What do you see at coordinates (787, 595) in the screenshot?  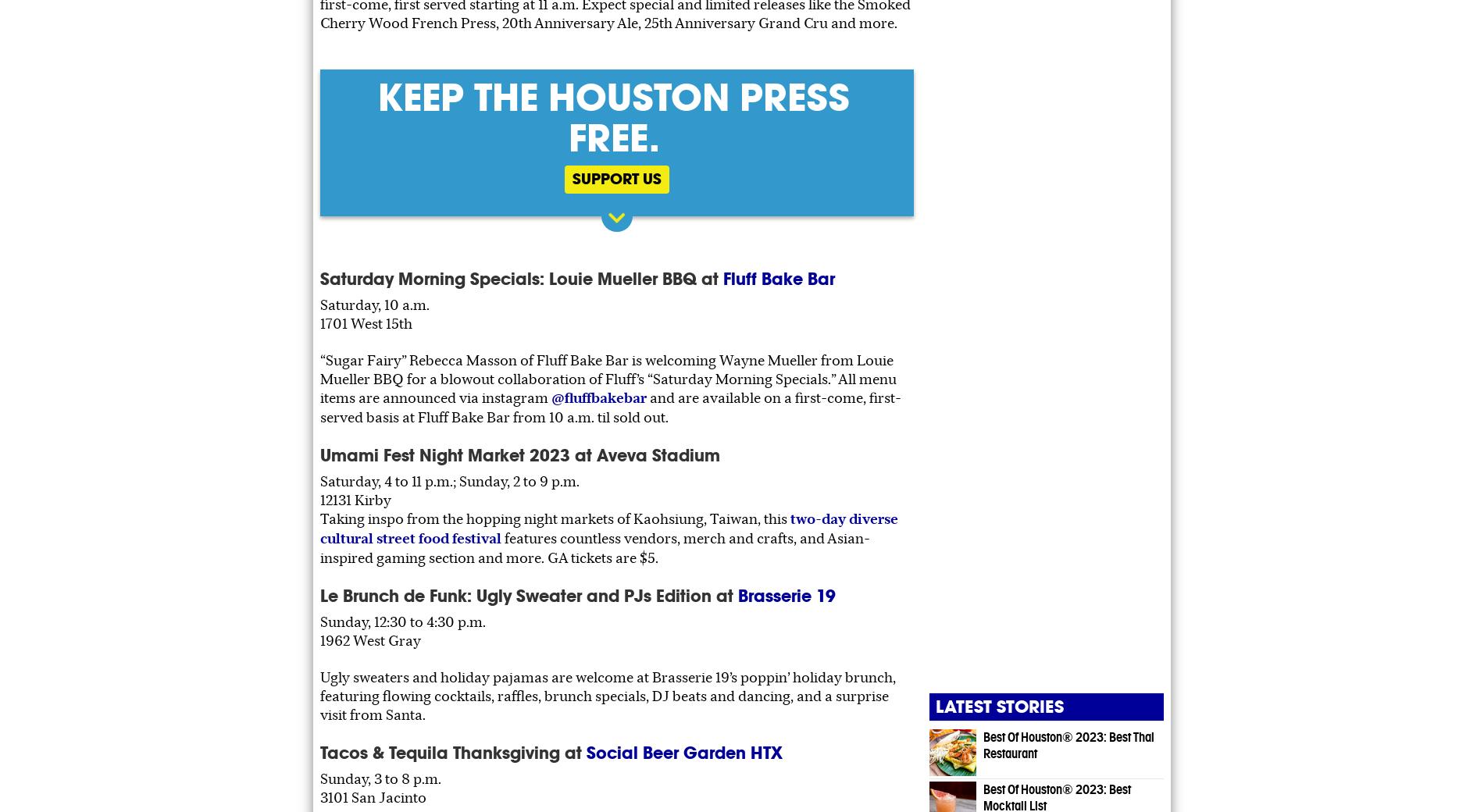 I see `'Brasserie 19'` at bounding box center [787, 595].